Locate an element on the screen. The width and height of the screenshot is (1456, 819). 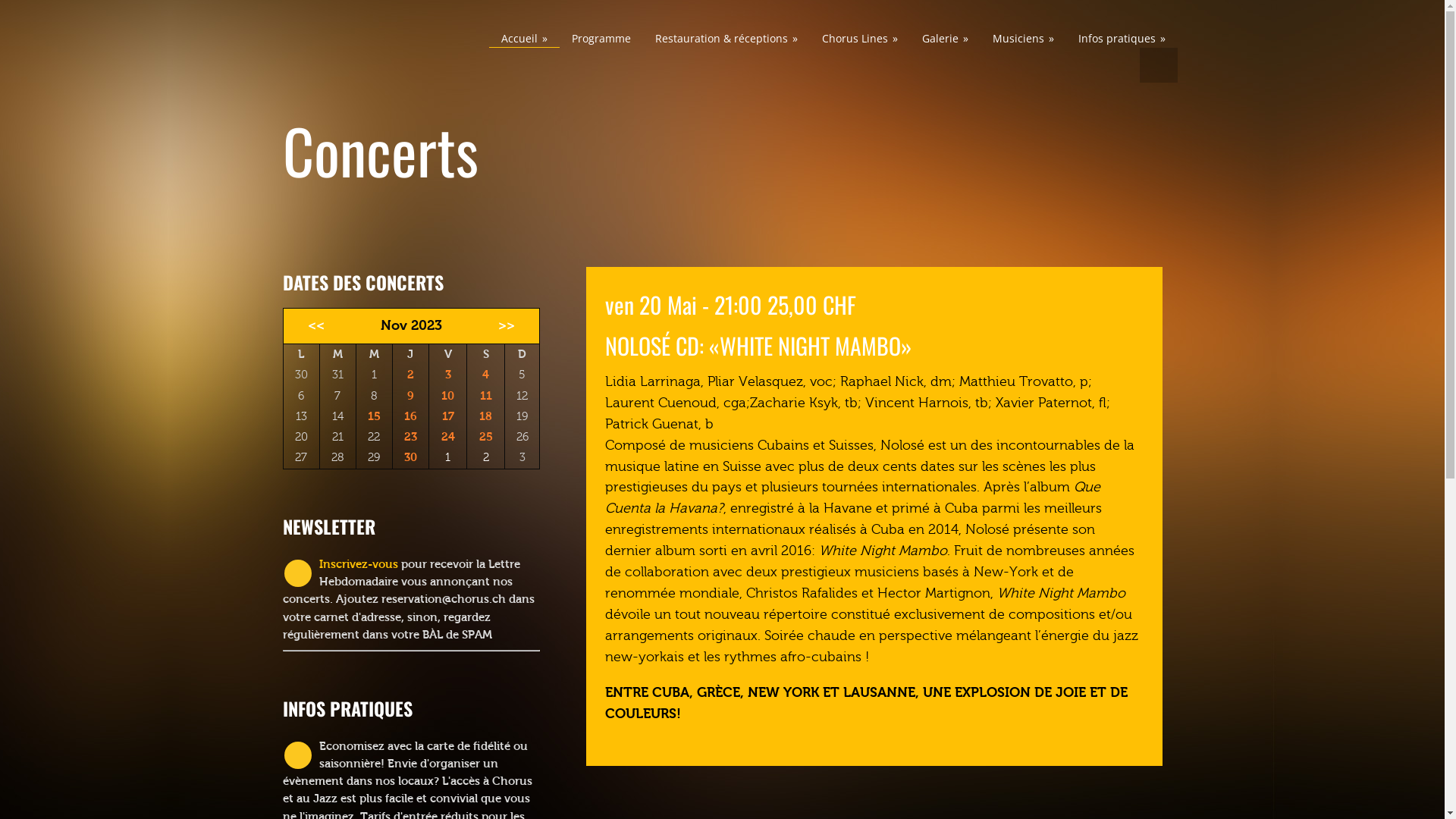
'4' is located at coordinates (485, 374).